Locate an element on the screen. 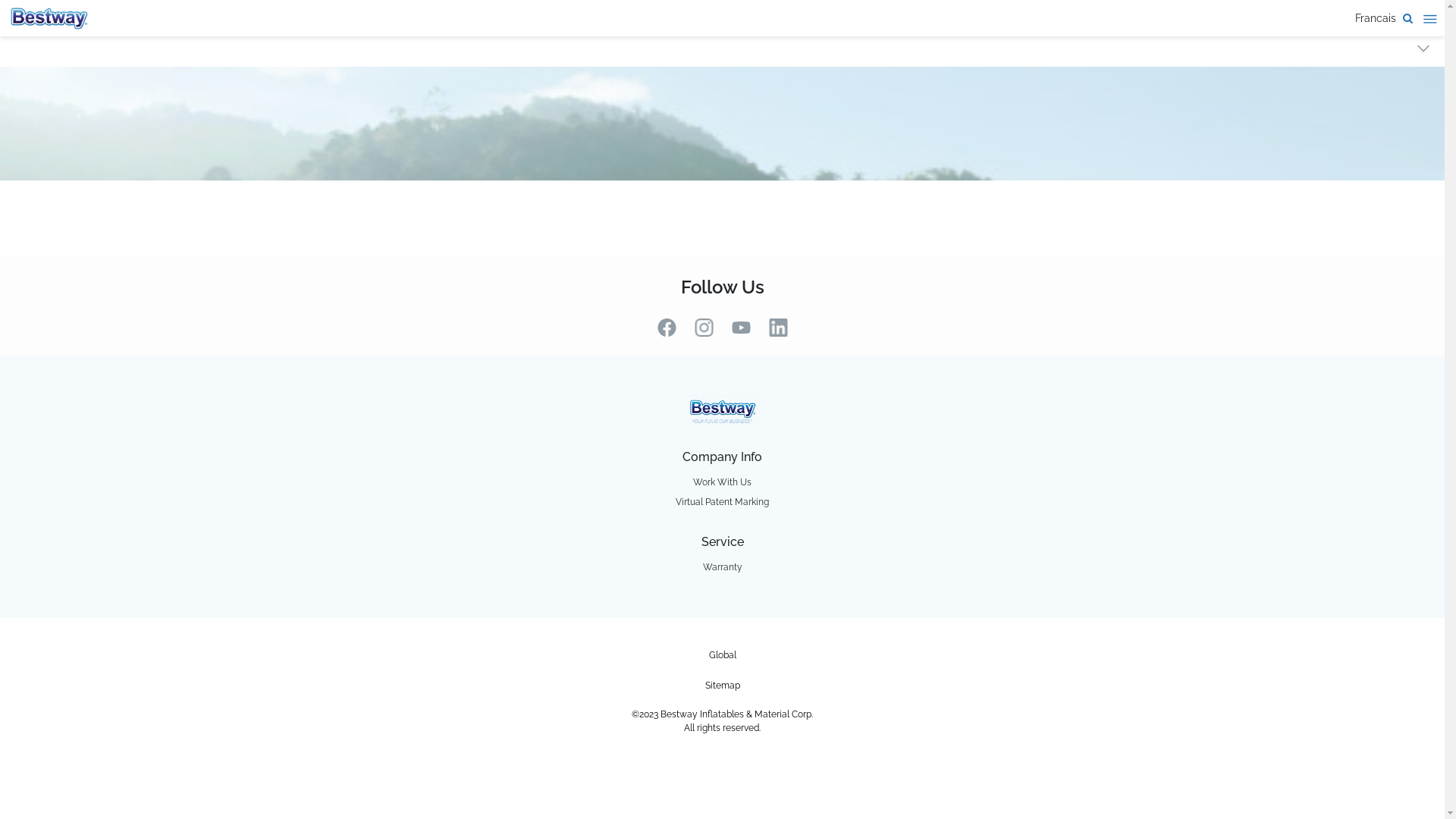 This screenshot has width=1456, height=819. 'Warranty' is located at coordinates (720, 567).